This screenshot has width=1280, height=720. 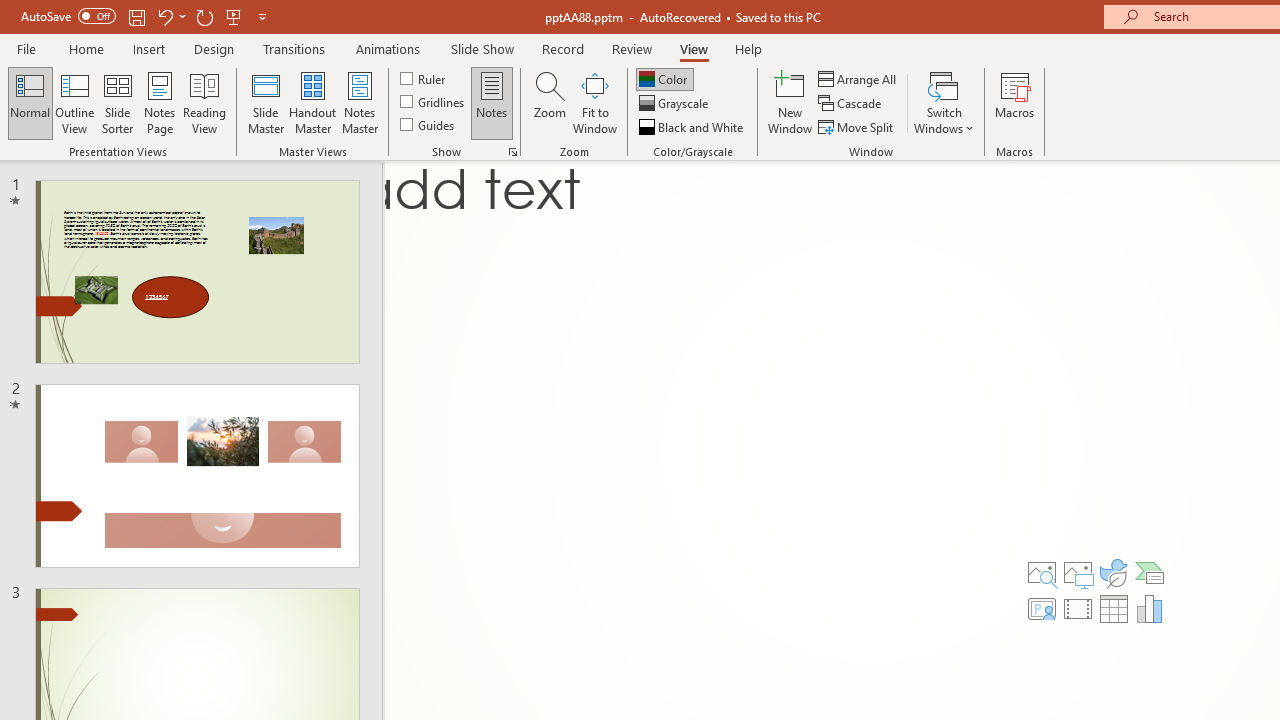 I want to click on 'Insert Cameo', so click(x=1041, y=608).